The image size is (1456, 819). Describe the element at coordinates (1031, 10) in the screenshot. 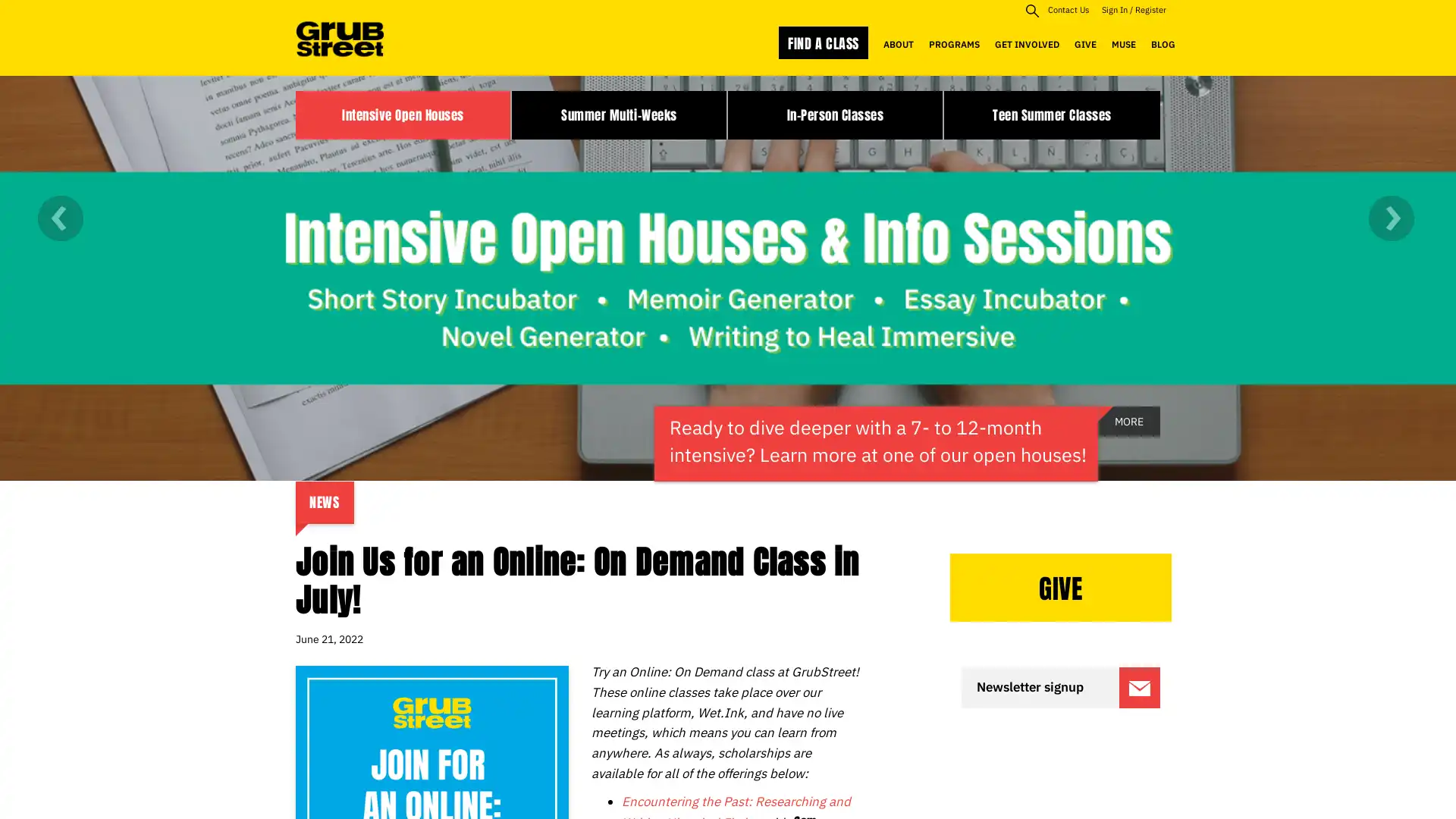

I see `site search` at that location.